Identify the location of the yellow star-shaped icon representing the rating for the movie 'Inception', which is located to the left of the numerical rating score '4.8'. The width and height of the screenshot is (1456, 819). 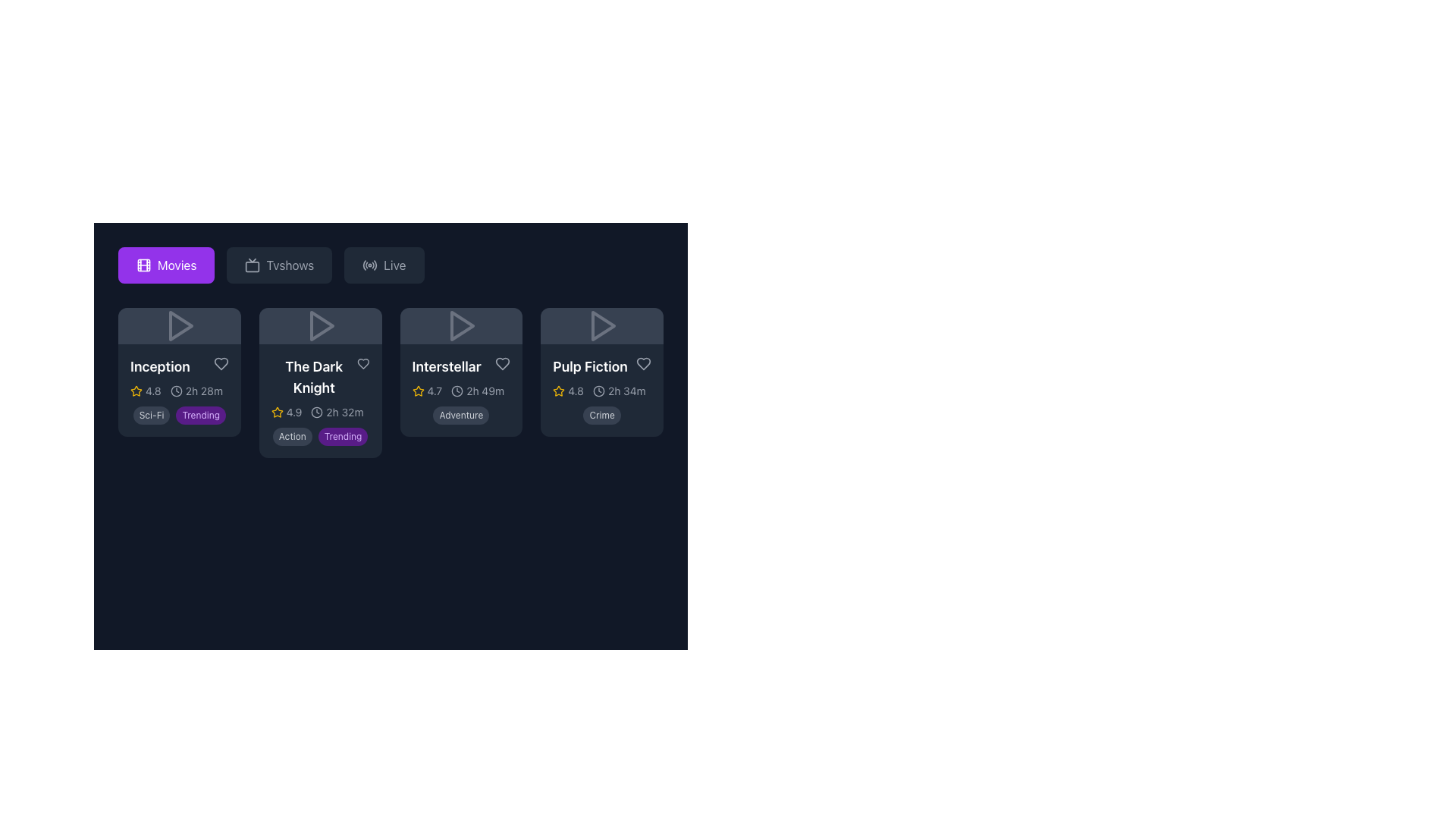
(136, 391).